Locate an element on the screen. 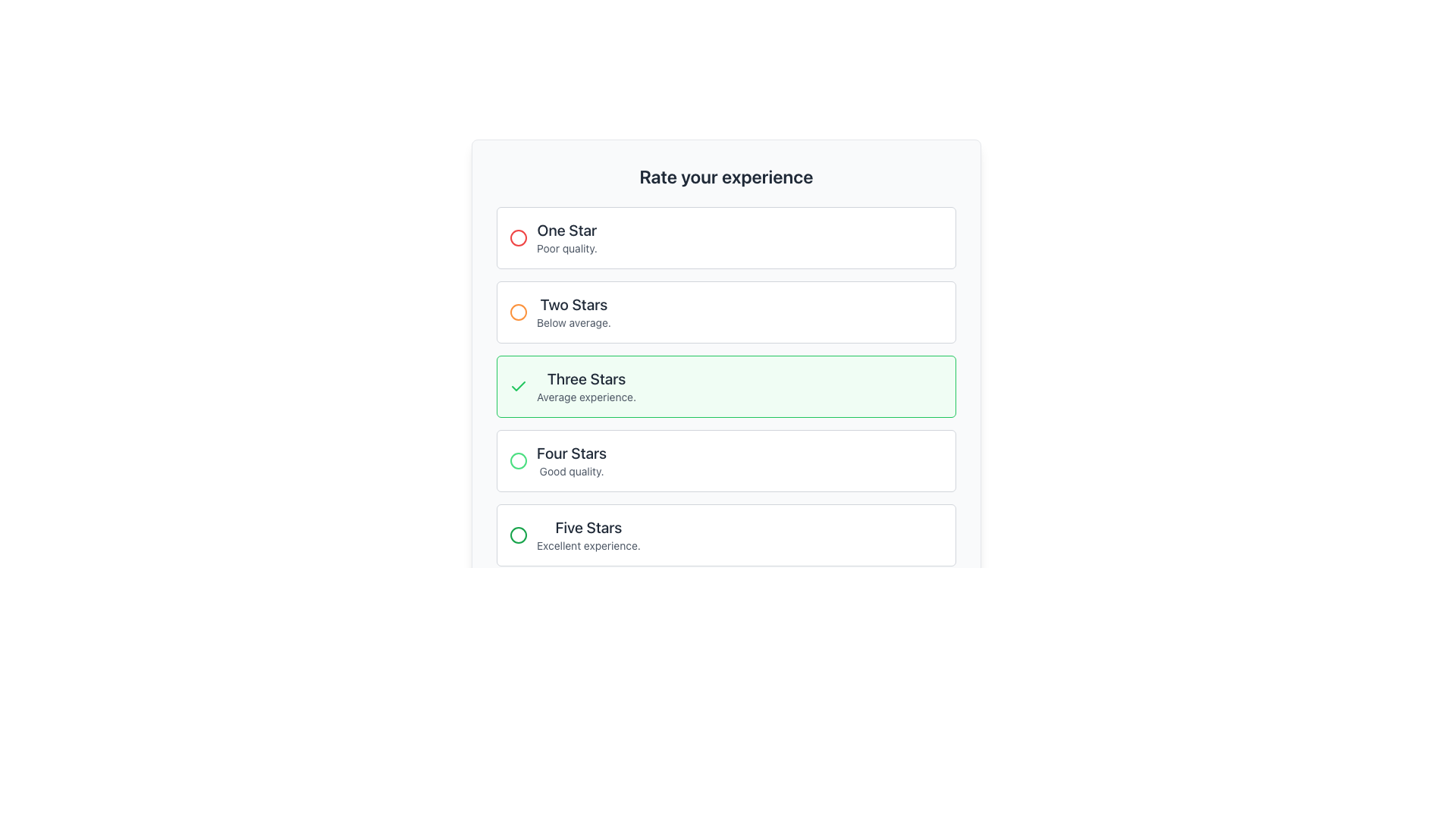  the Text Label that displays 'Five Stars' and 'Excellent experience.' located in the bottom section of the vertically arranged list is located at coordinates (588, 534).